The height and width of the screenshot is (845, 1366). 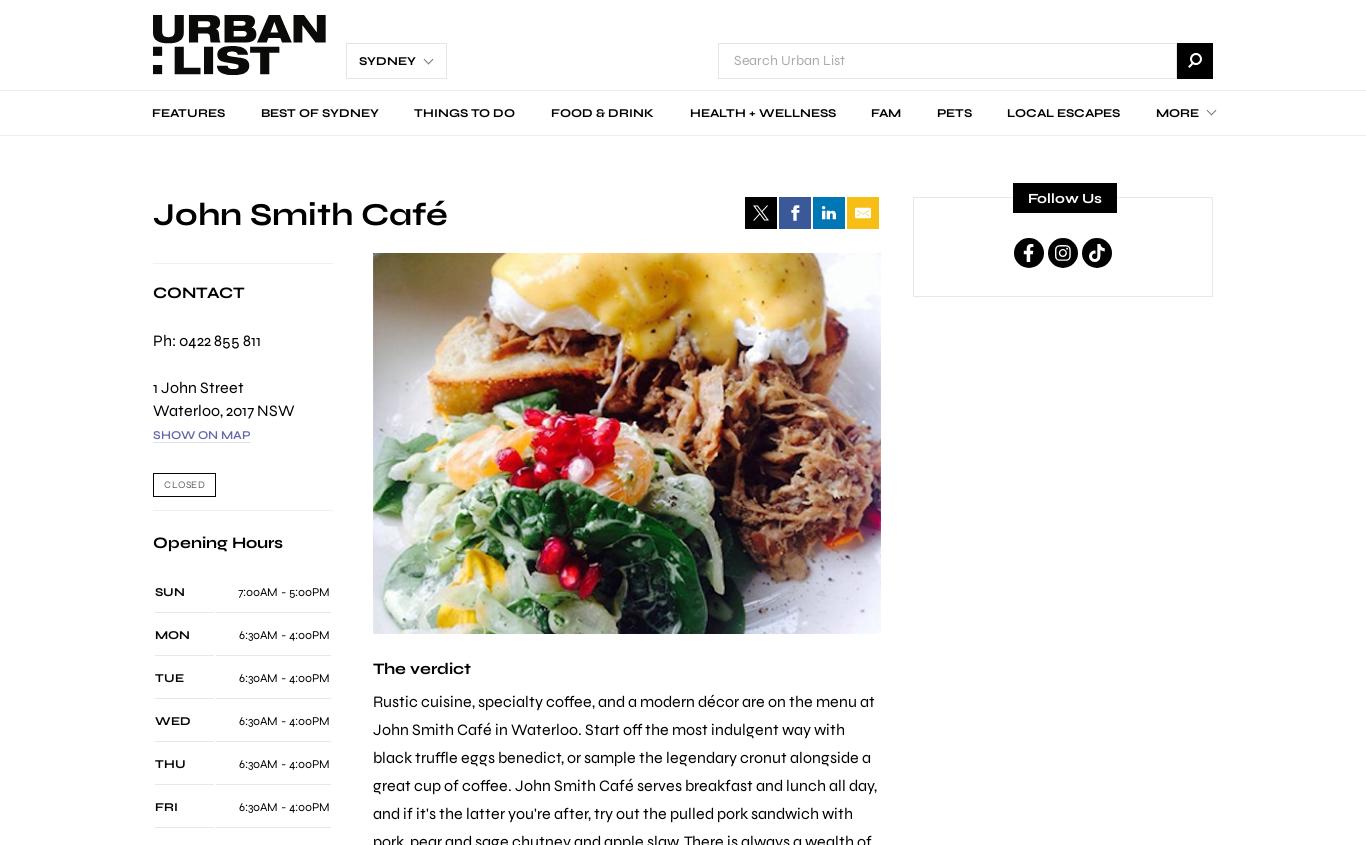 What do you see at coordinates (1156, 112) in the screenshot?
I see `'More'` at bounding box center [1156, 112].